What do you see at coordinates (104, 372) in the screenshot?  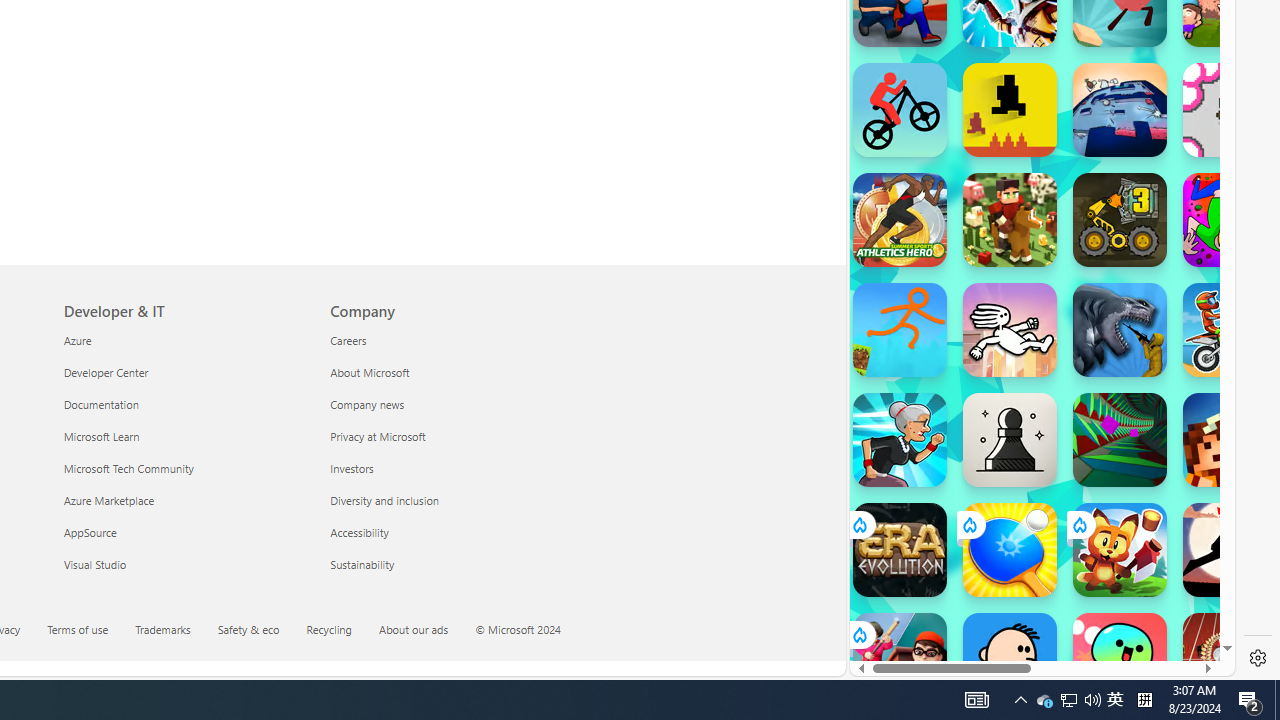 I see `'Developer Center Developer & IT'` at bounding box center [104, 372].